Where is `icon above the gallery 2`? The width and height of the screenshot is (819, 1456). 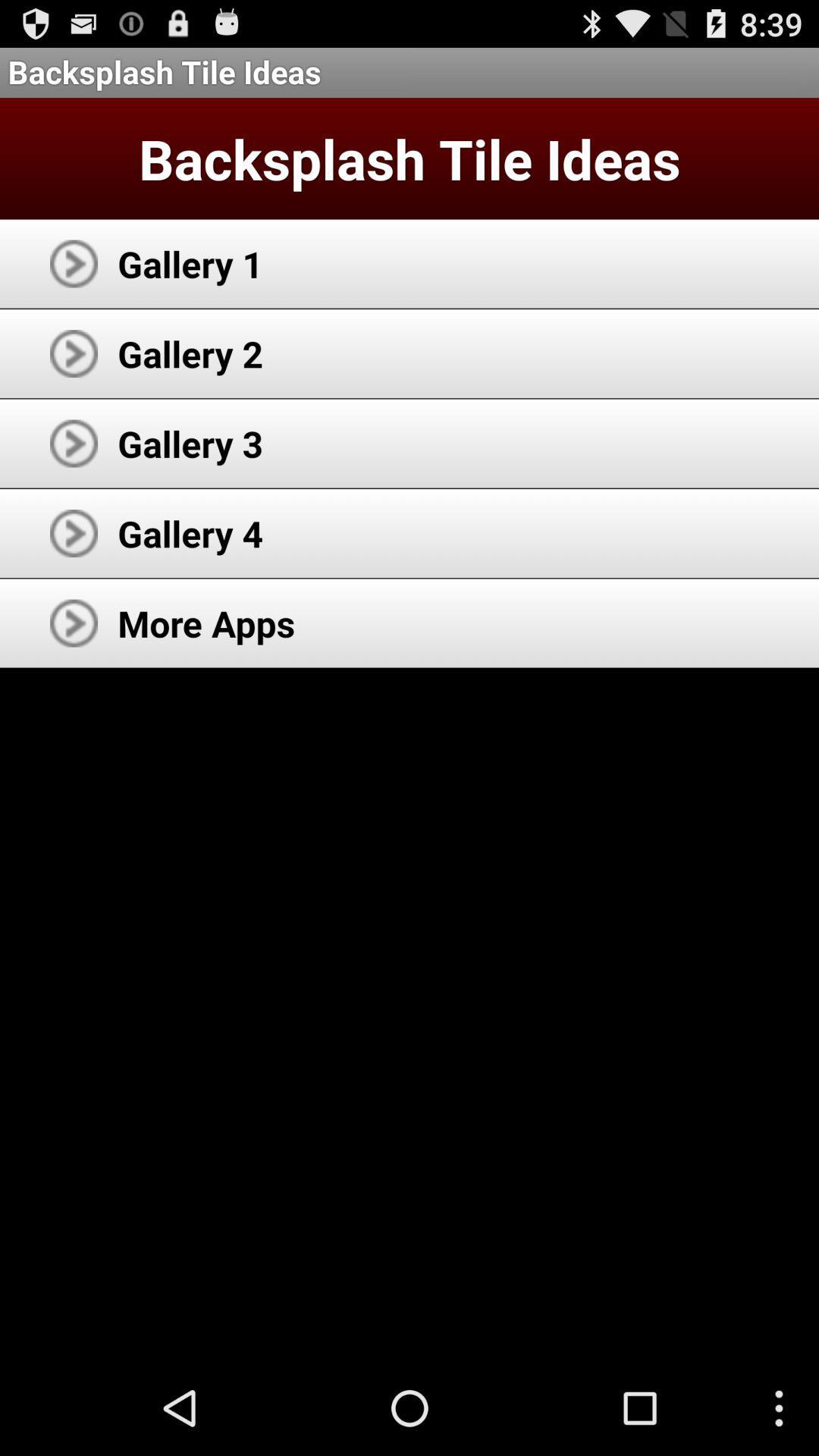 icon above the gallery 2 is located at coordinates (190, 263).